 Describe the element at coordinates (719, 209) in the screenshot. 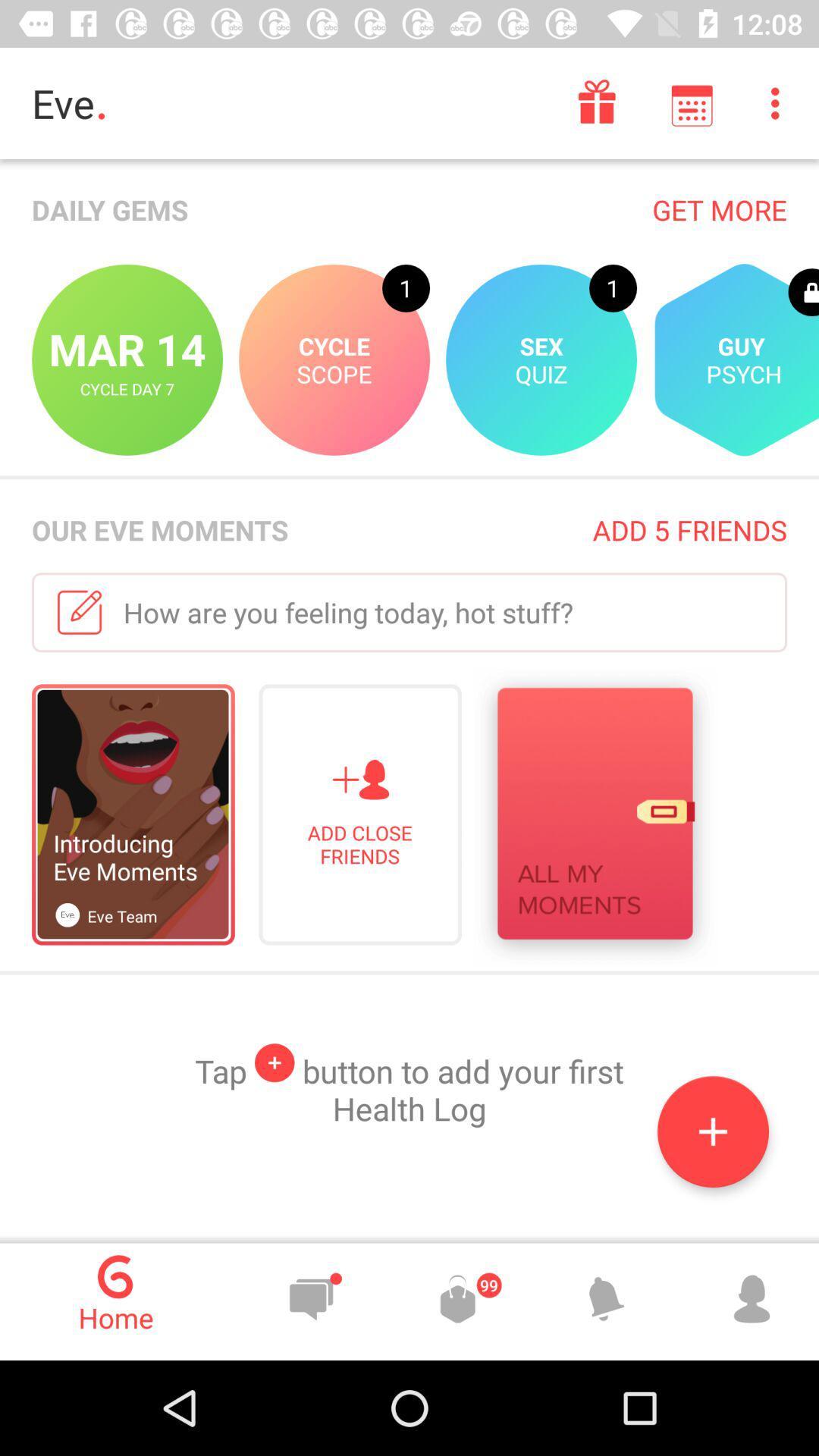

I see `get more` at that location.